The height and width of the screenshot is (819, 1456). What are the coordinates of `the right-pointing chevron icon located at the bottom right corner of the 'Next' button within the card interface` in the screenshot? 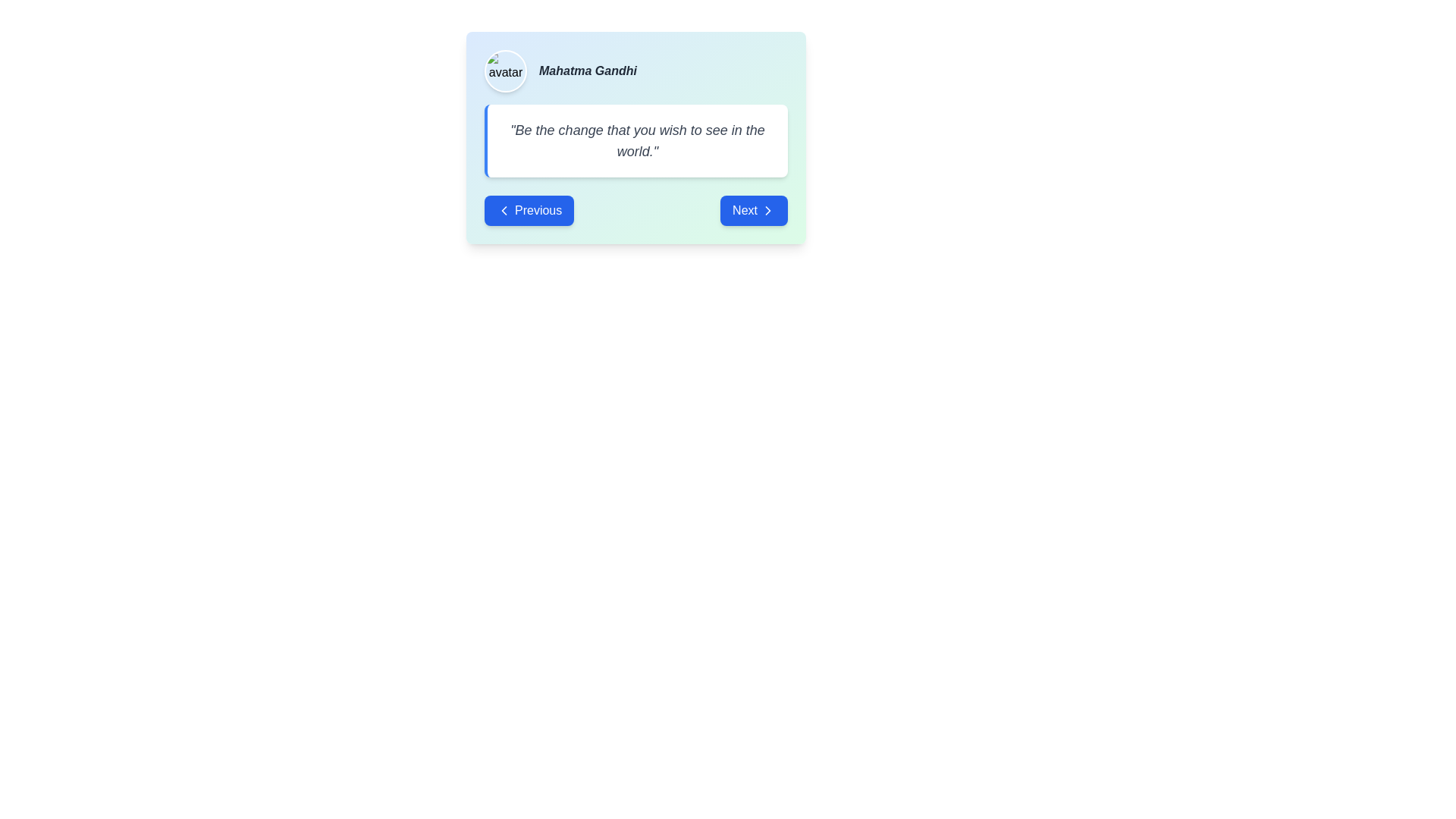 It's located at (767, 210).